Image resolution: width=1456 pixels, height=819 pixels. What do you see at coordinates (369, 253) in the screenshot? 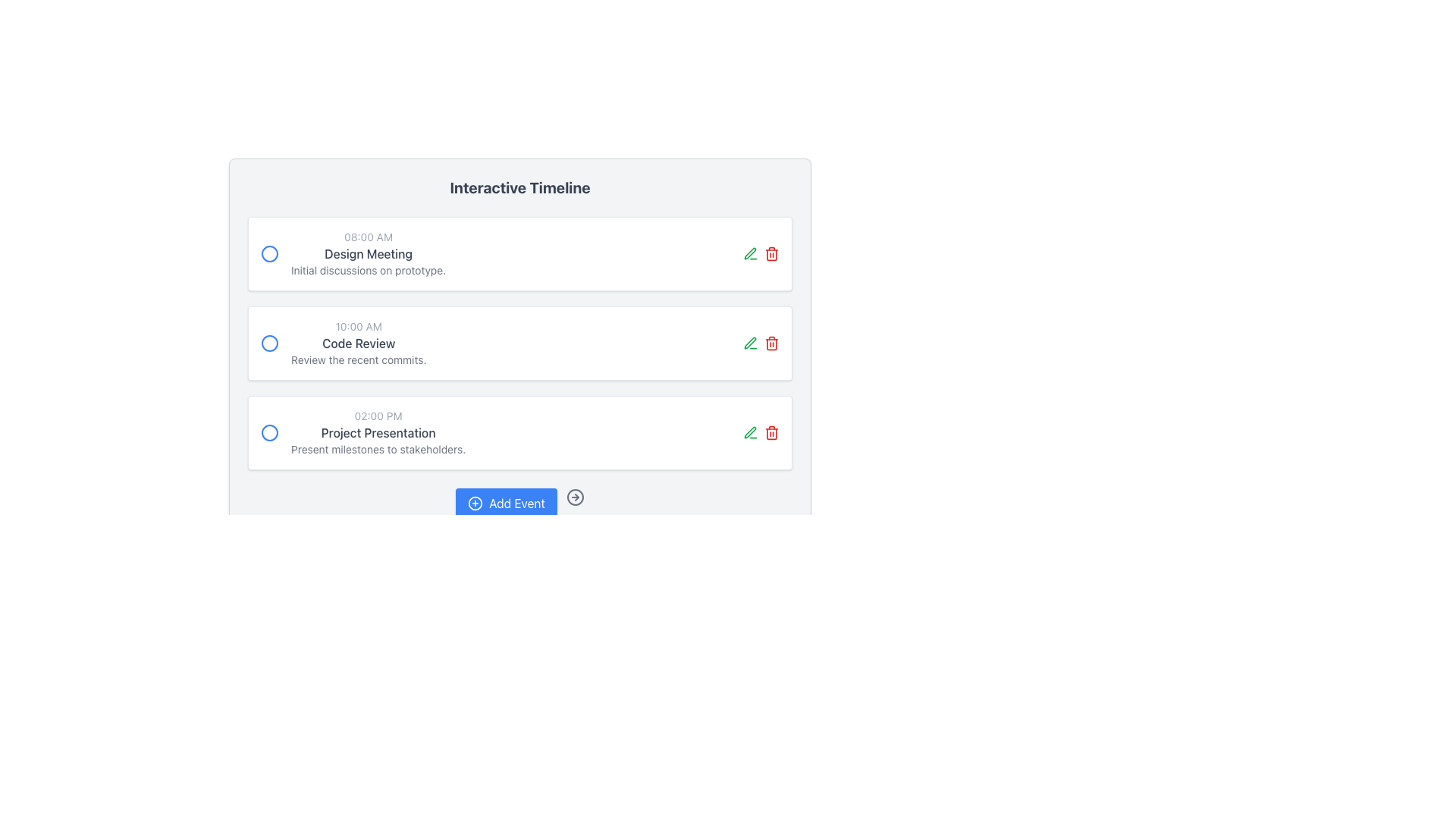
I see `text label that describes the event scheduled at 08:00 AM, which is located in the event block for '08:00 AM Design Meeting'` at bounding box center [369, 253].